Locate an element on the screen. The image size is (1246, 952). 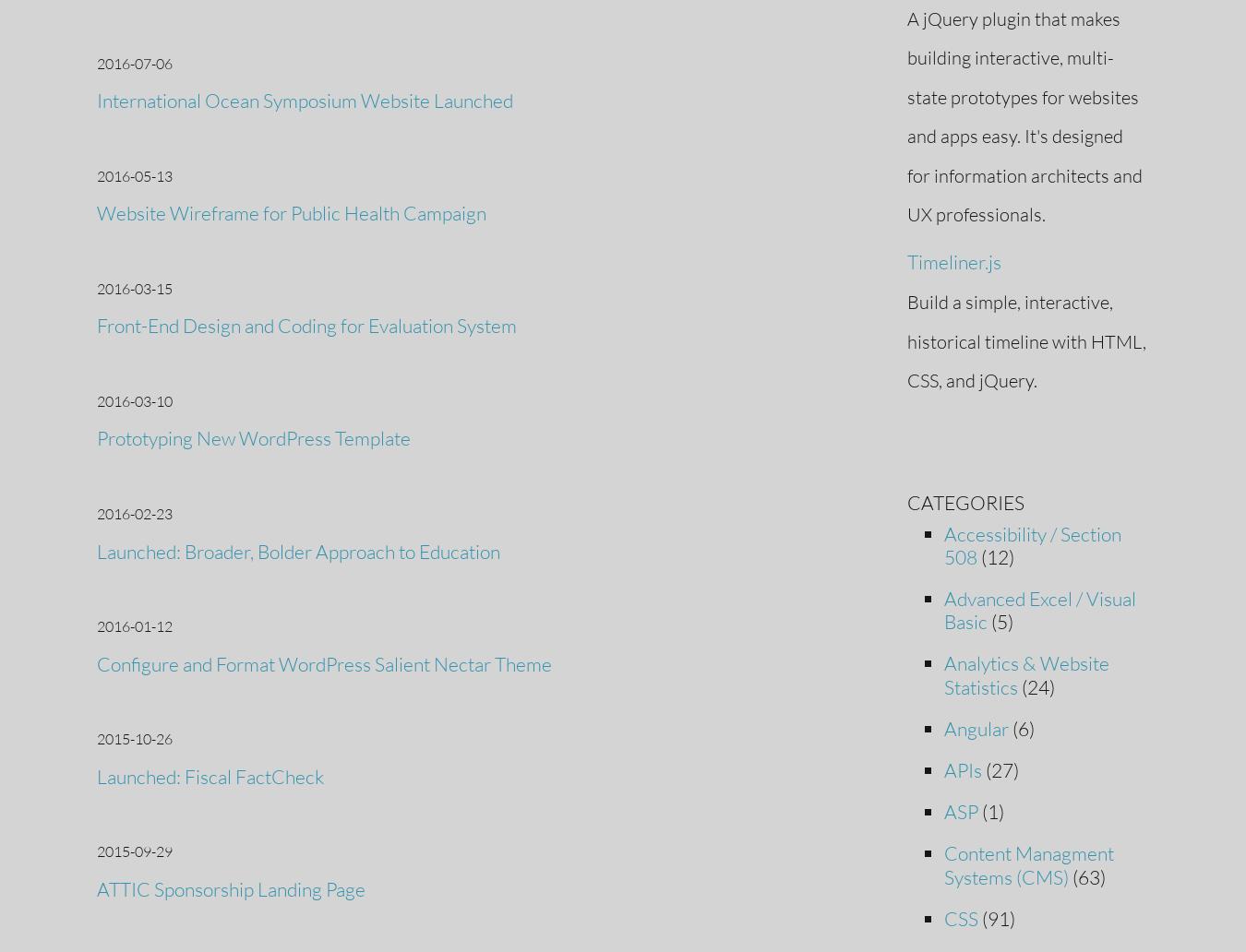
'(1)' is located at coordinates (989, 811).